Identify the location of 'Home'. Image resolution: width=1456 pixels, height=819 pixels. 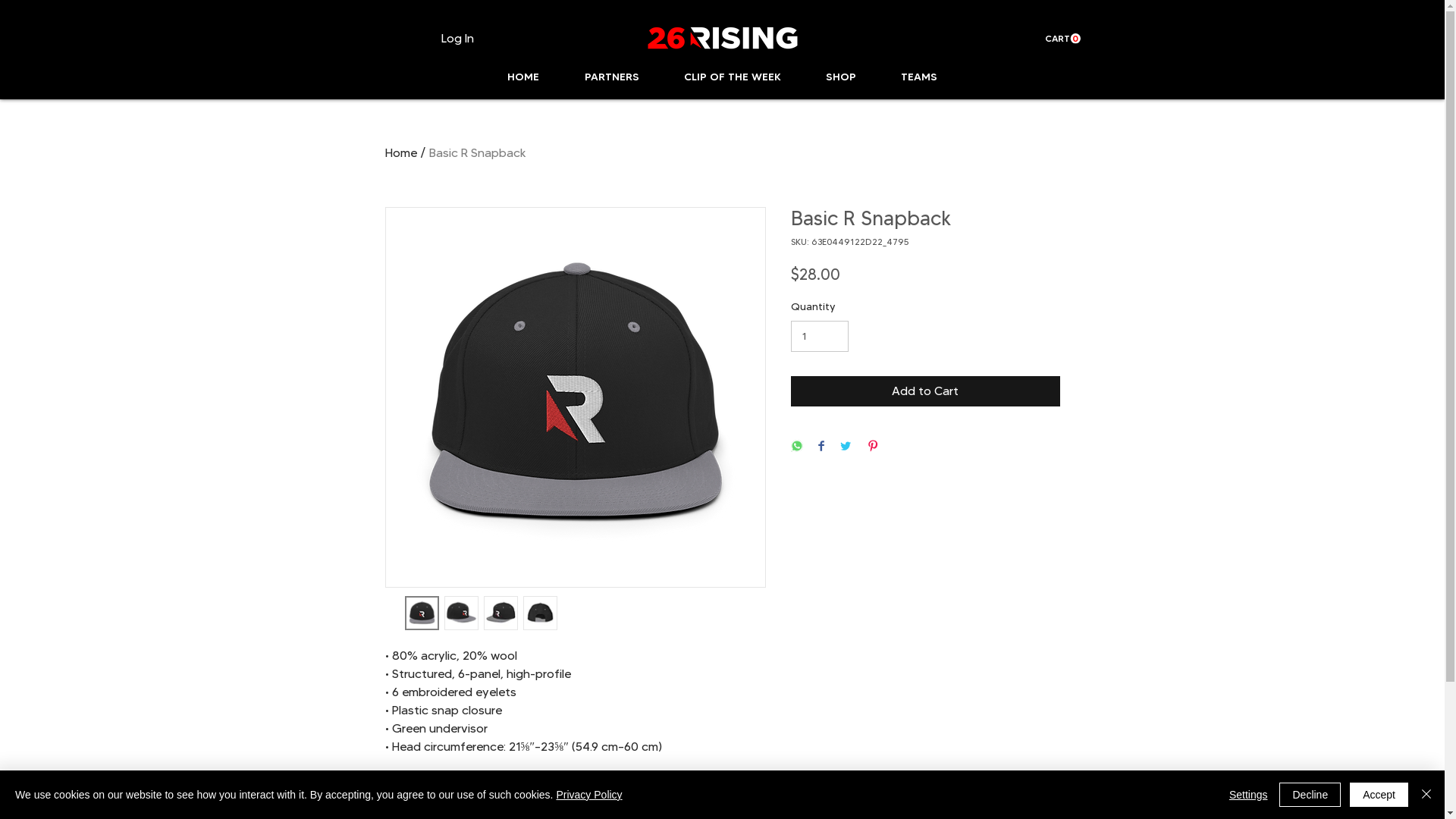
(400, 152).